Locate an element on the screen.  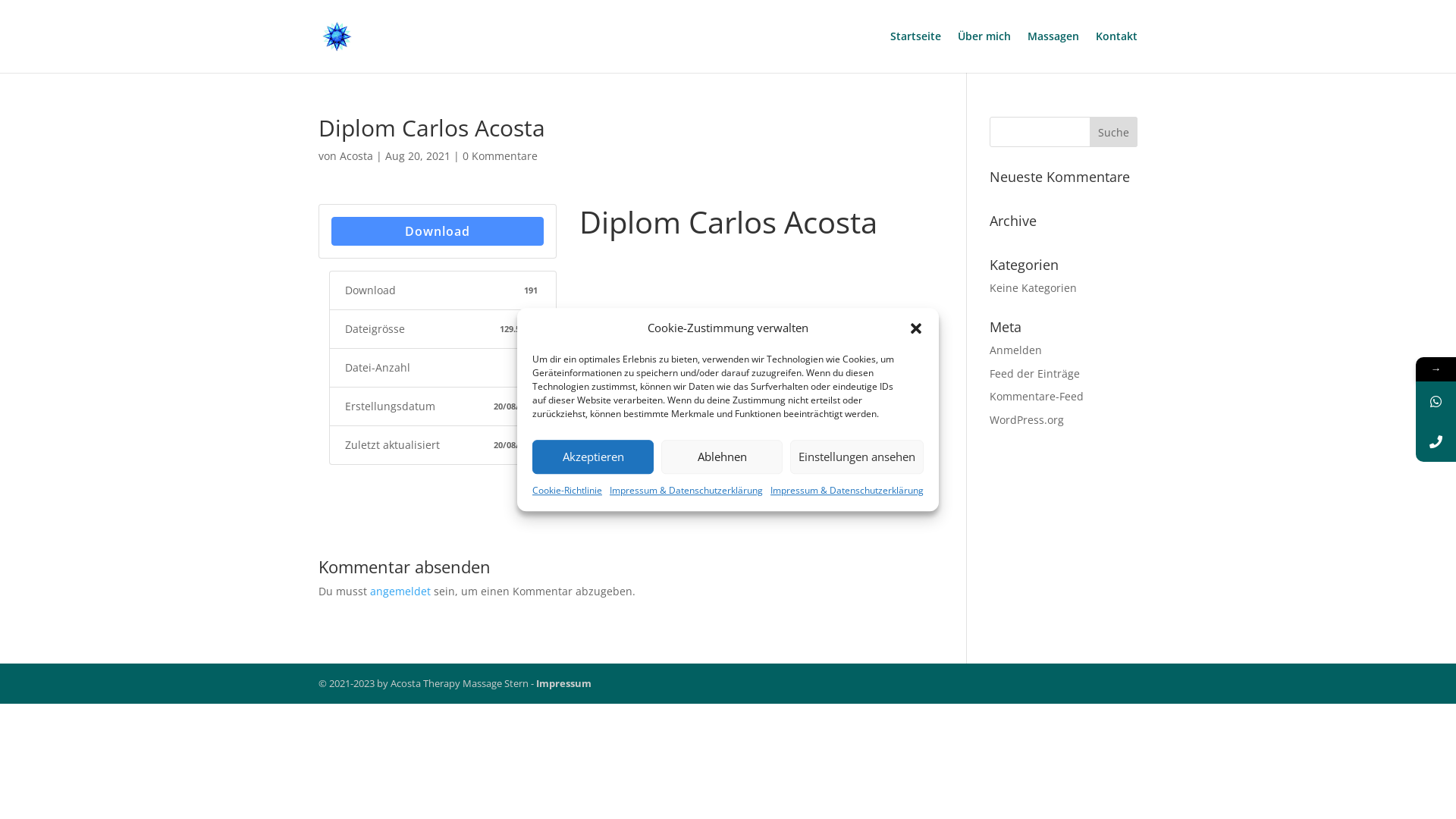
'Anmelden' is located at coordinates (1015, 350).